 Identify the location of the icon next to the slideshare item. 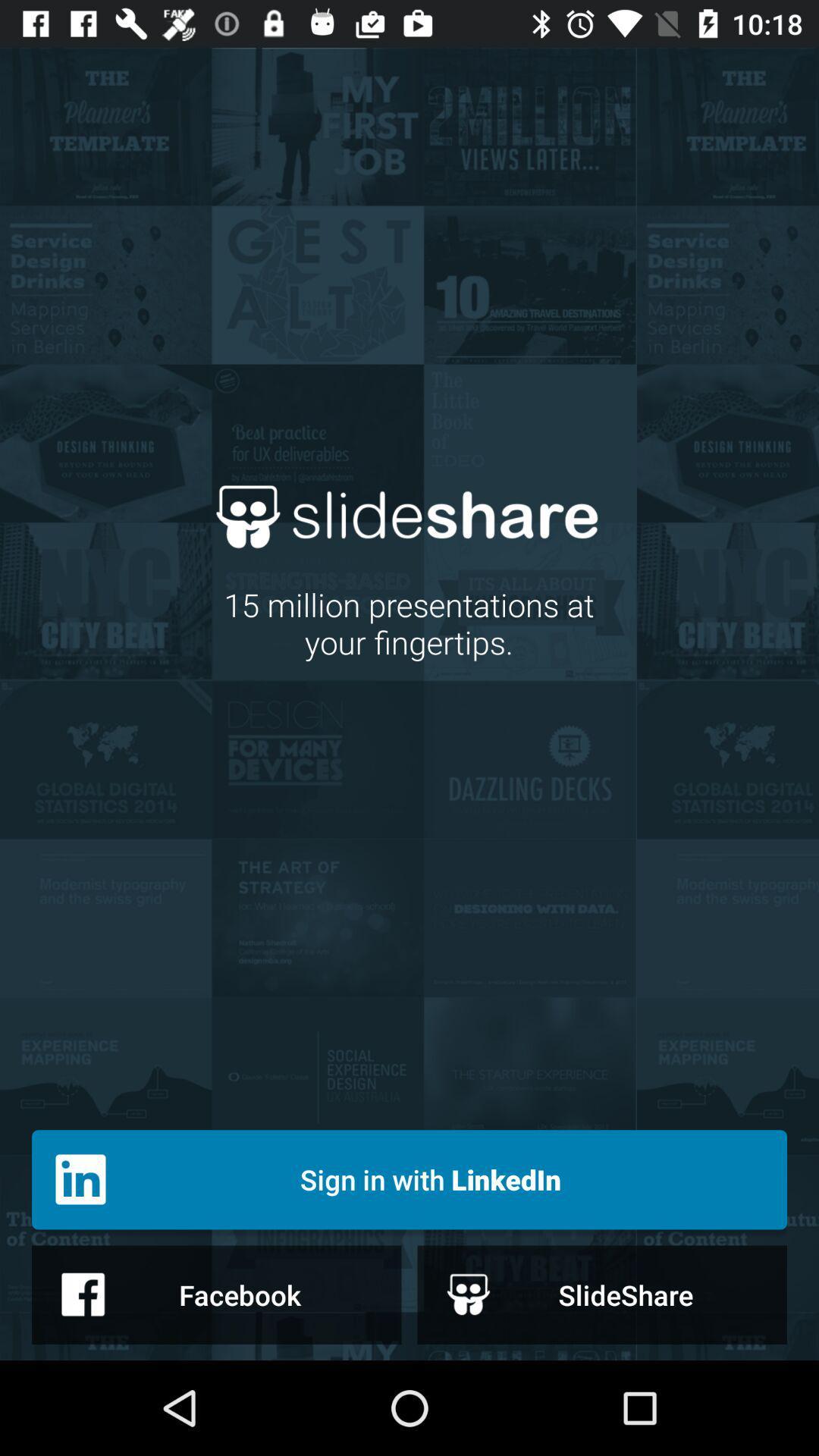
(216, 1294).